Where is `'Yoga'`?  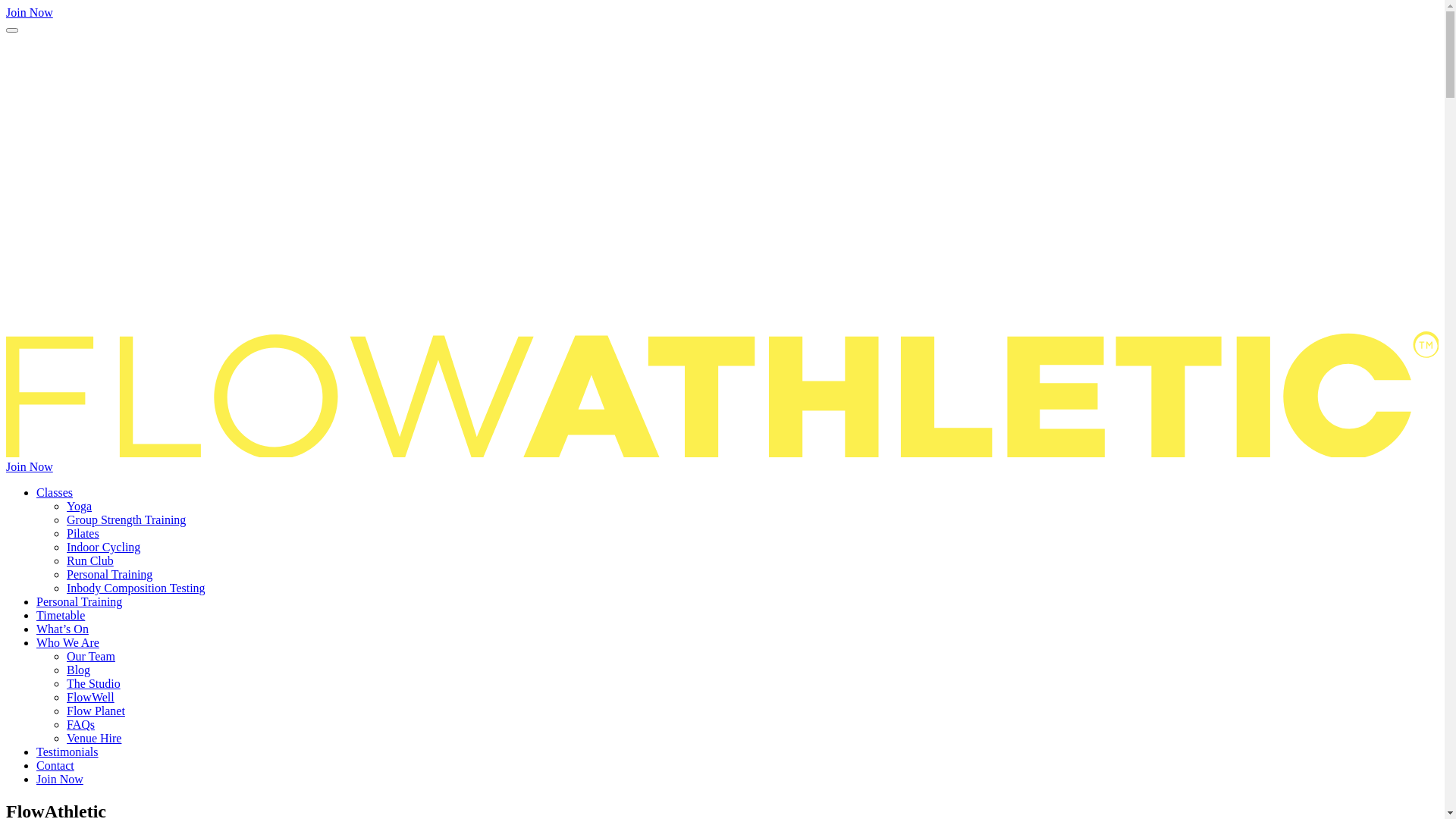
'Yoga' is located at coordinates (78, 506).